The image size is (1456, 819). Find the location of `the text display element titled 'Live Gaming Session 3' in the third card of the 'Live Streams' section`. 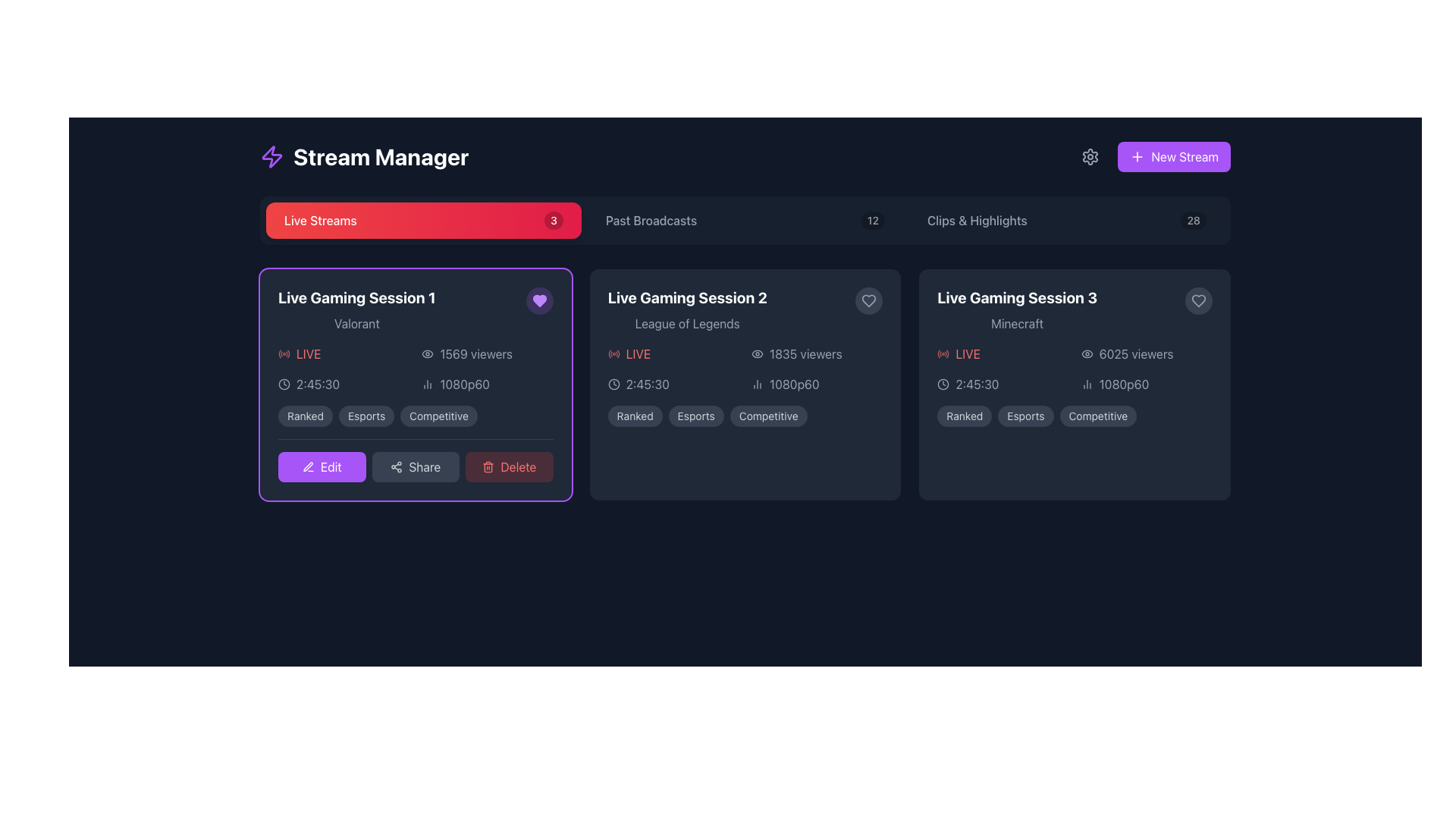

the text display element titled 'Live Gaming Session 3' in the third card of the 'Live Streams' section is located at coordinates (1017, 309).